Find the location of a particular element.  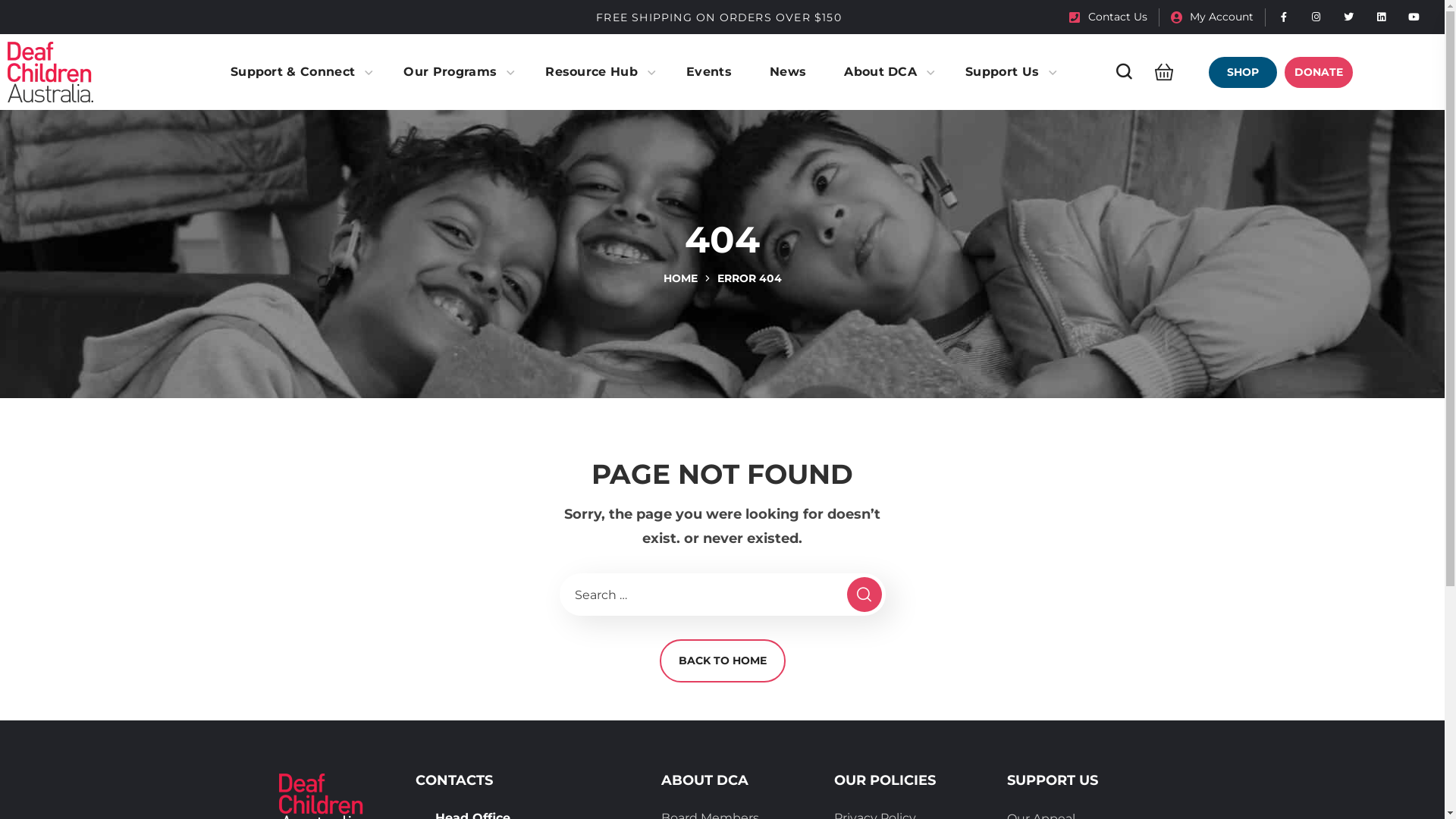

'DONATE' is located at coordinates (1317, 71).